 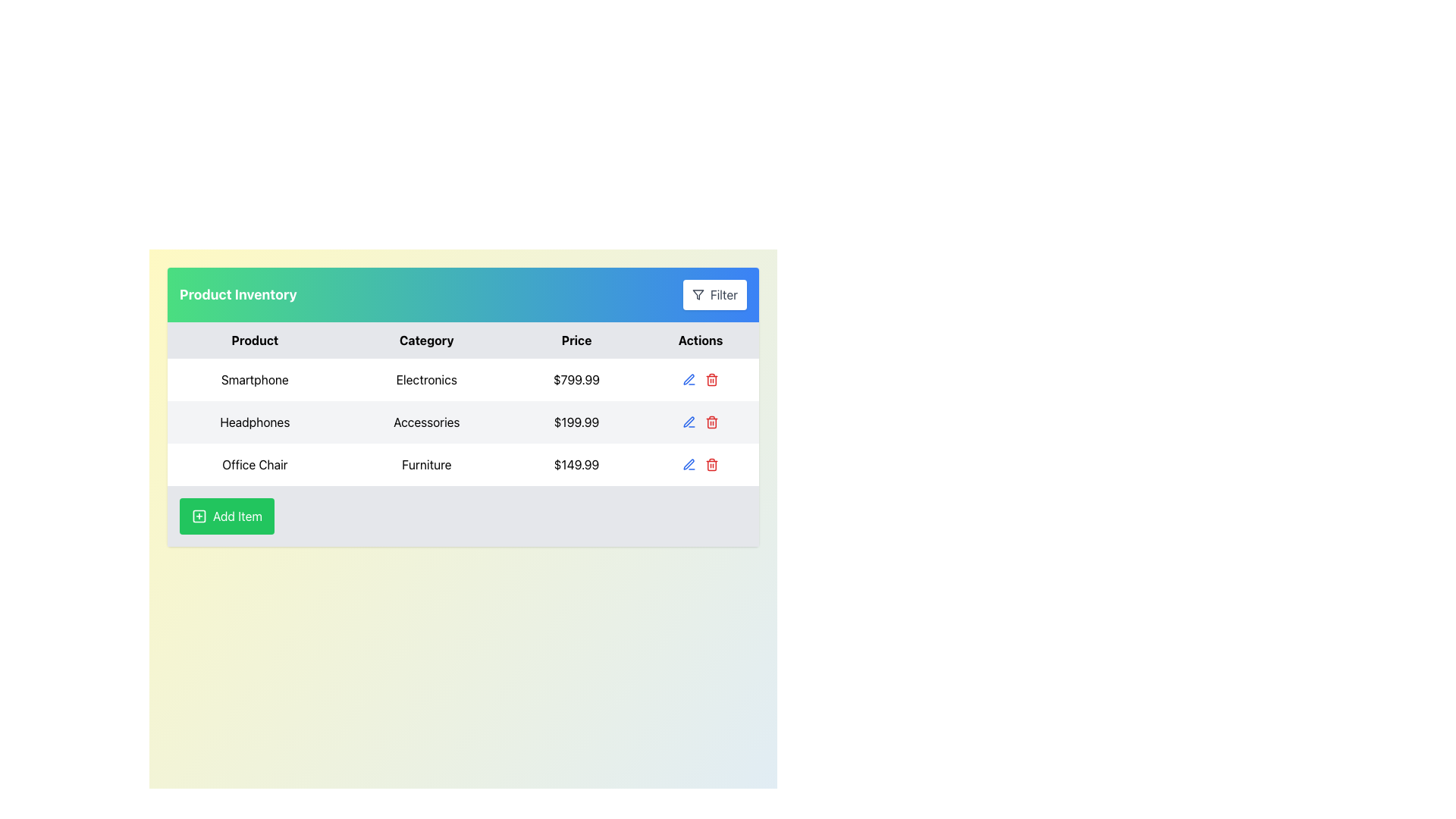 What do you see at coordinates (711, 422) in the screenshot?
I see `the red trash can icon button in the 'Actions' column of the second row in the 'Product Inventory' table` at bounding box center [711, 422].